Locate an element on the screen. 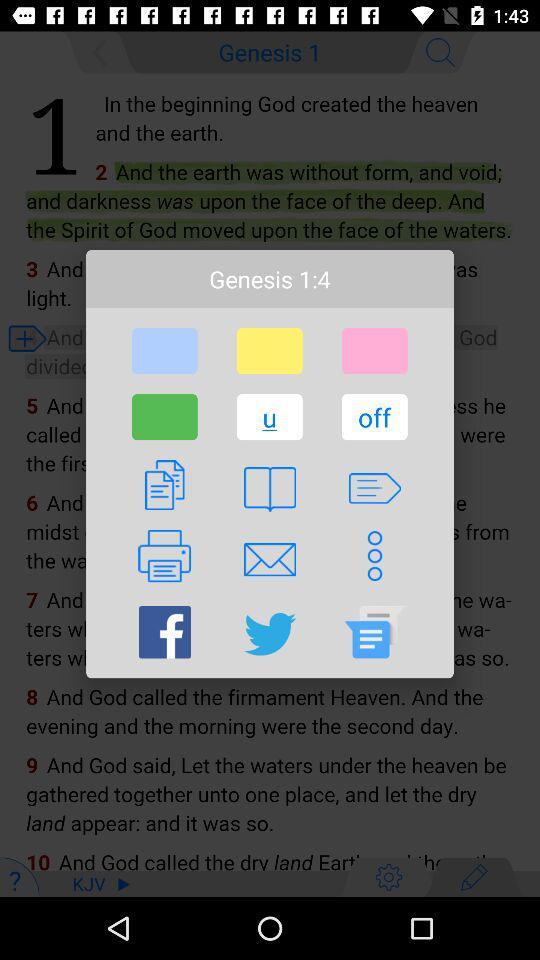 This screenshot has width=540, height=960. the off is located at coordinates (374, 416).